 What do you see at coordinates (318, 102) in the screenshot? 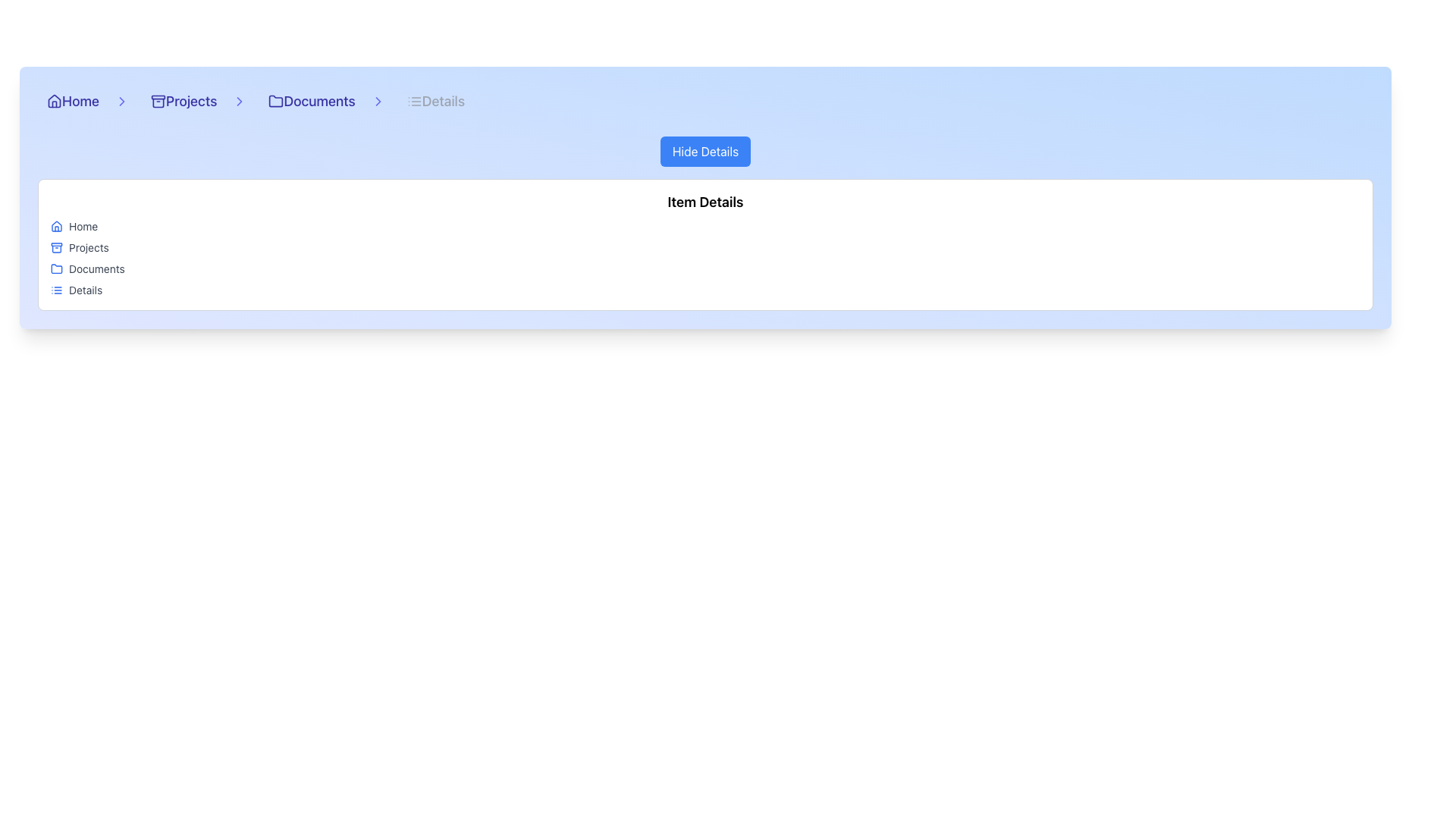
I see `the 'Documents' text link in the breadcrumb navigation bar, which is styled with a blue font color and is the third link in the horizontal list` at bounding box center [318, 102].